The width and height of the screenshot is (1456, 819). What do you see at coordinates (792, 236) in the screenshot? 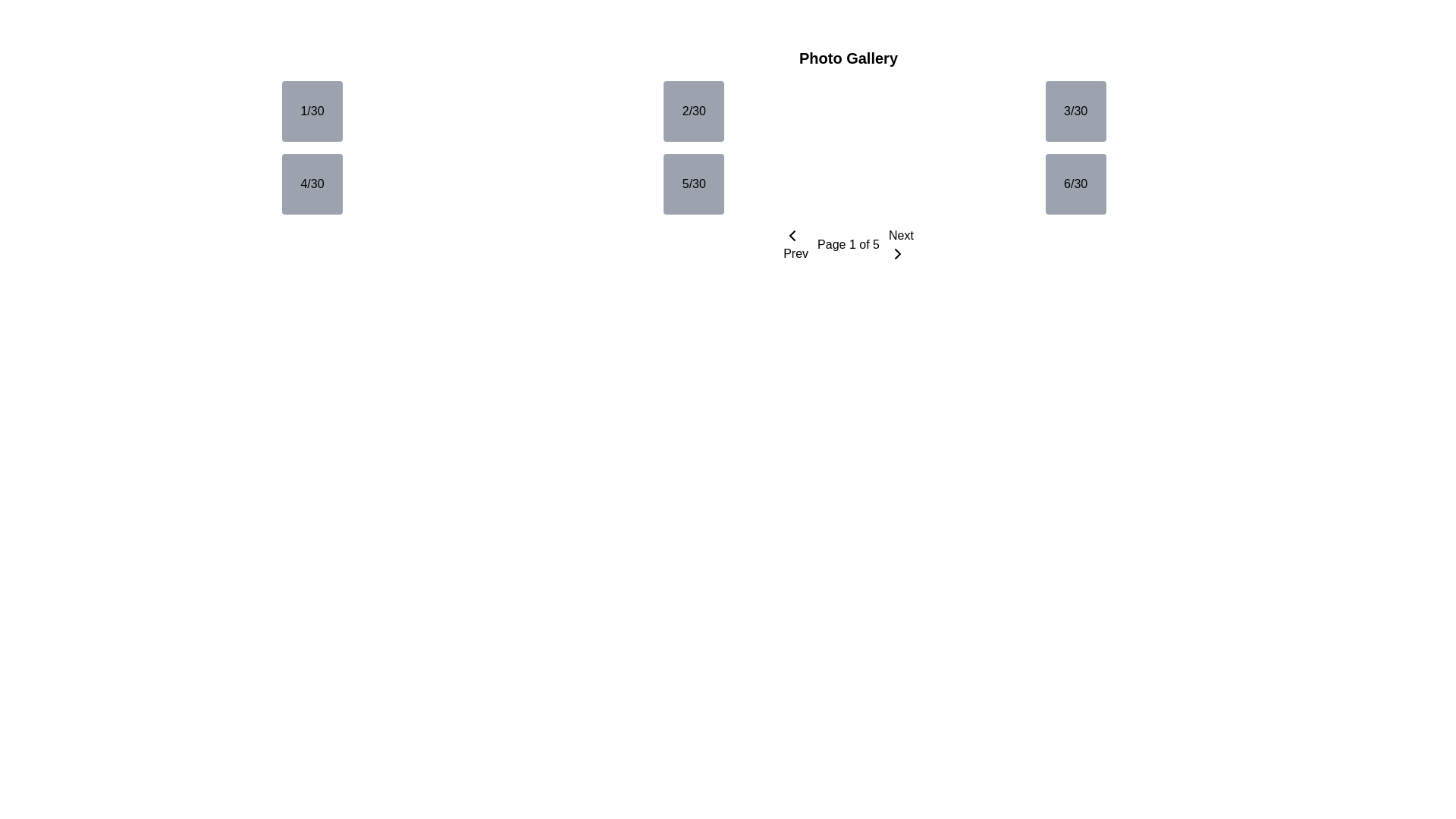
I see `the left-pointing chevron icon inside the 'Prev' button` at bounding box center [792, 236].